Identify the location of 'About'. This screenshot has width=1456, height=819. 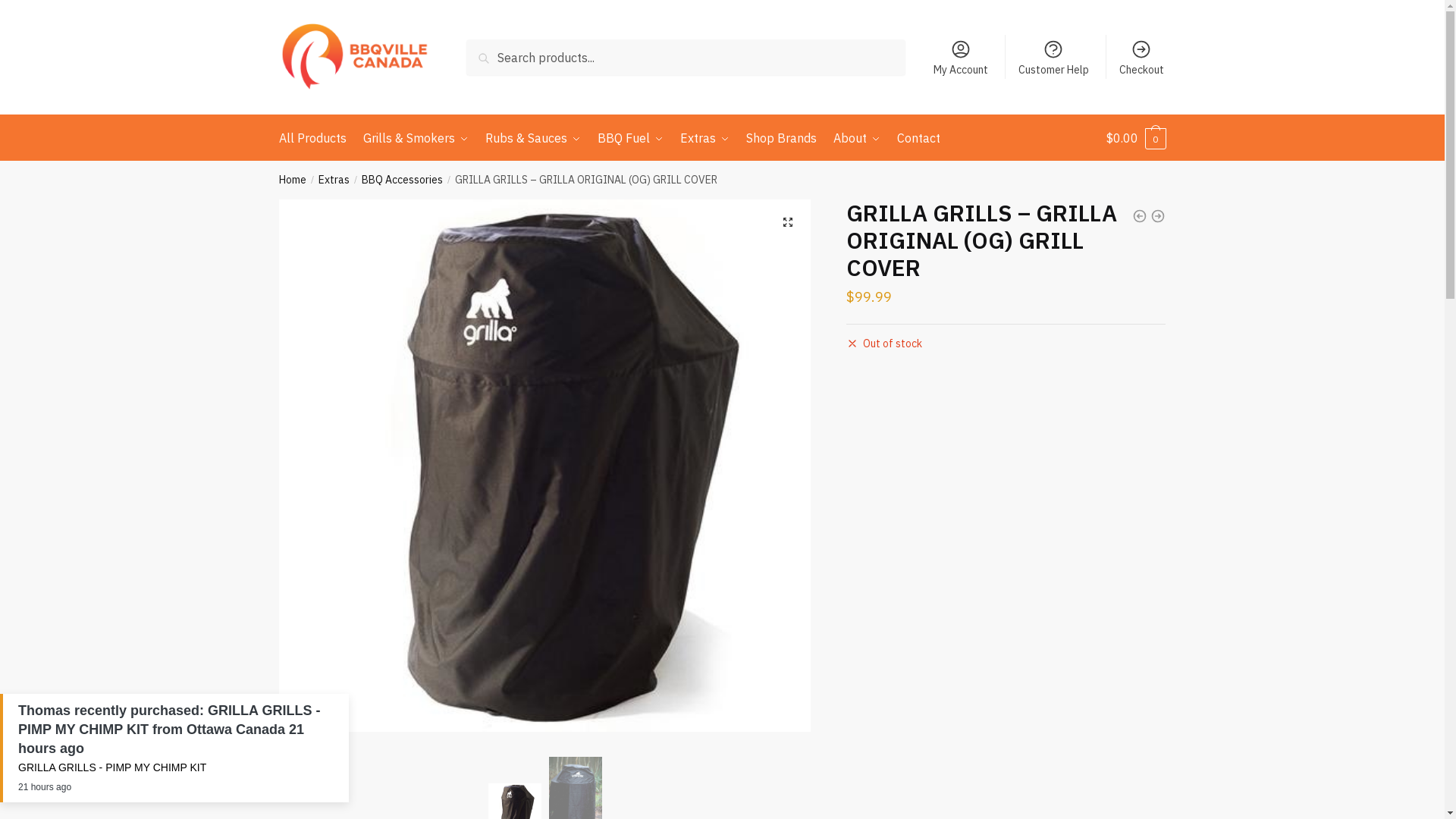
(825, 137).